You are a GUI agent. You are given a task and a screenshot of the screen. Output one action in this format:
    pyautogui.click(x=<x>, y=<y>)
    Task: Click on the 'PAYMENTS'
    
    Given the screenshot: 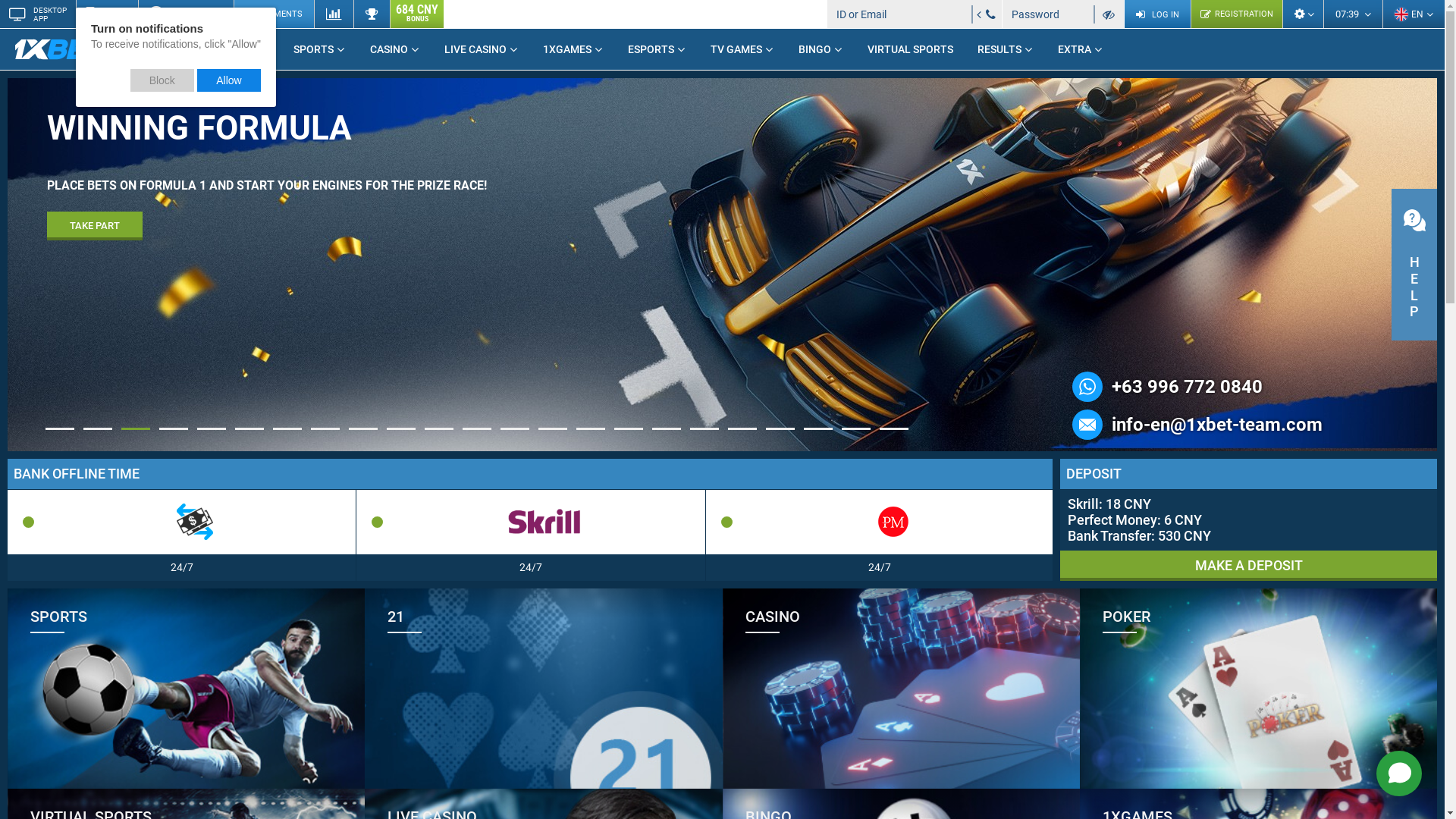 What is the action you would take?
    pyautogui.click(x=273, y=14)
    